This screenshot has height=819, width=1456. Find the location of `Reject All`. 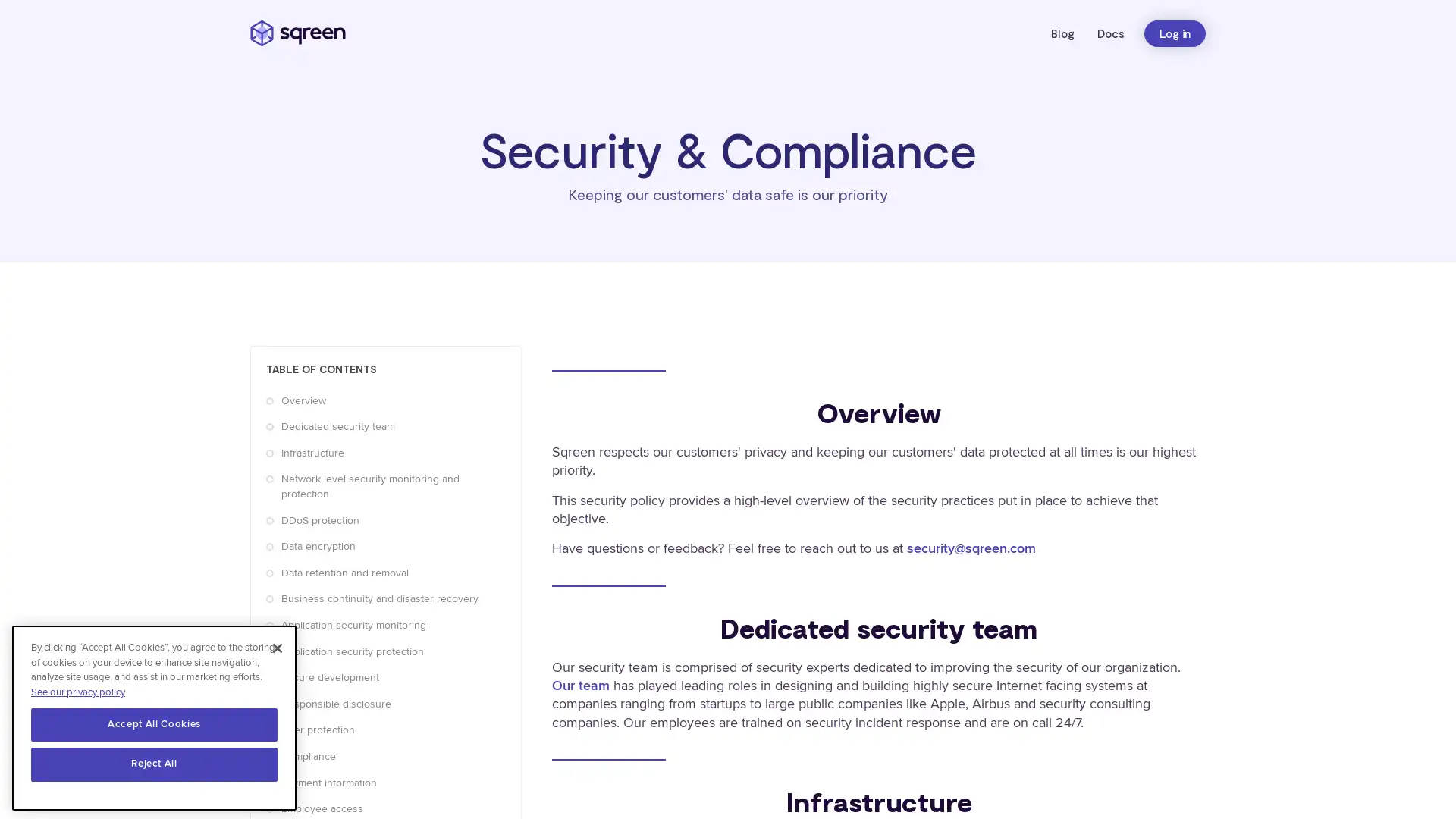

Reject All is located at coordinates (154, 762).